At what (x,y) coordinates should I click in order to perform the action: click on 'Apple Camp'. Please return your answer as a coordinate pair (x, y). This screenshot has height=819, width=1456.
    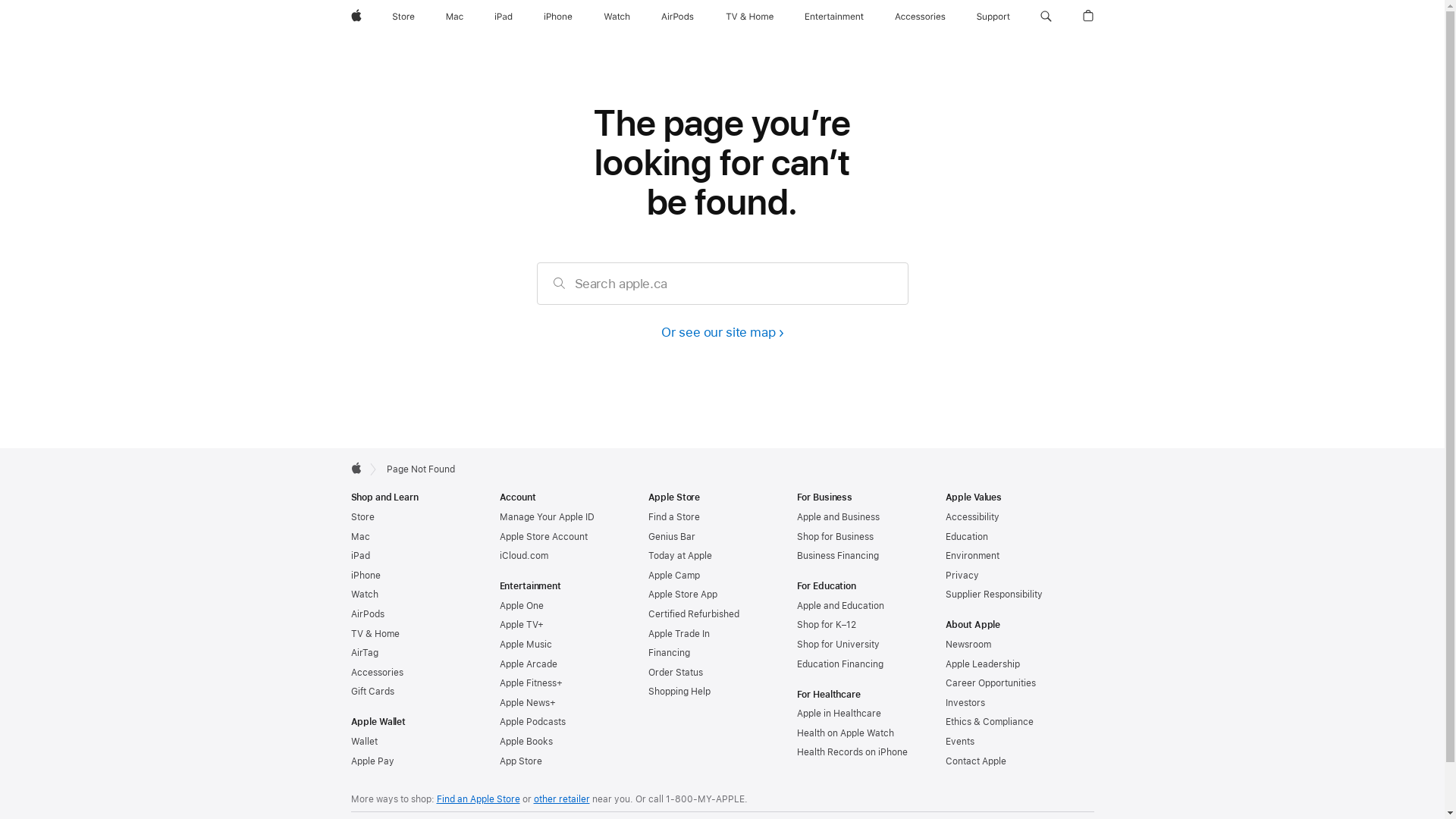
    Looking at the image, I should click on (673, 576).